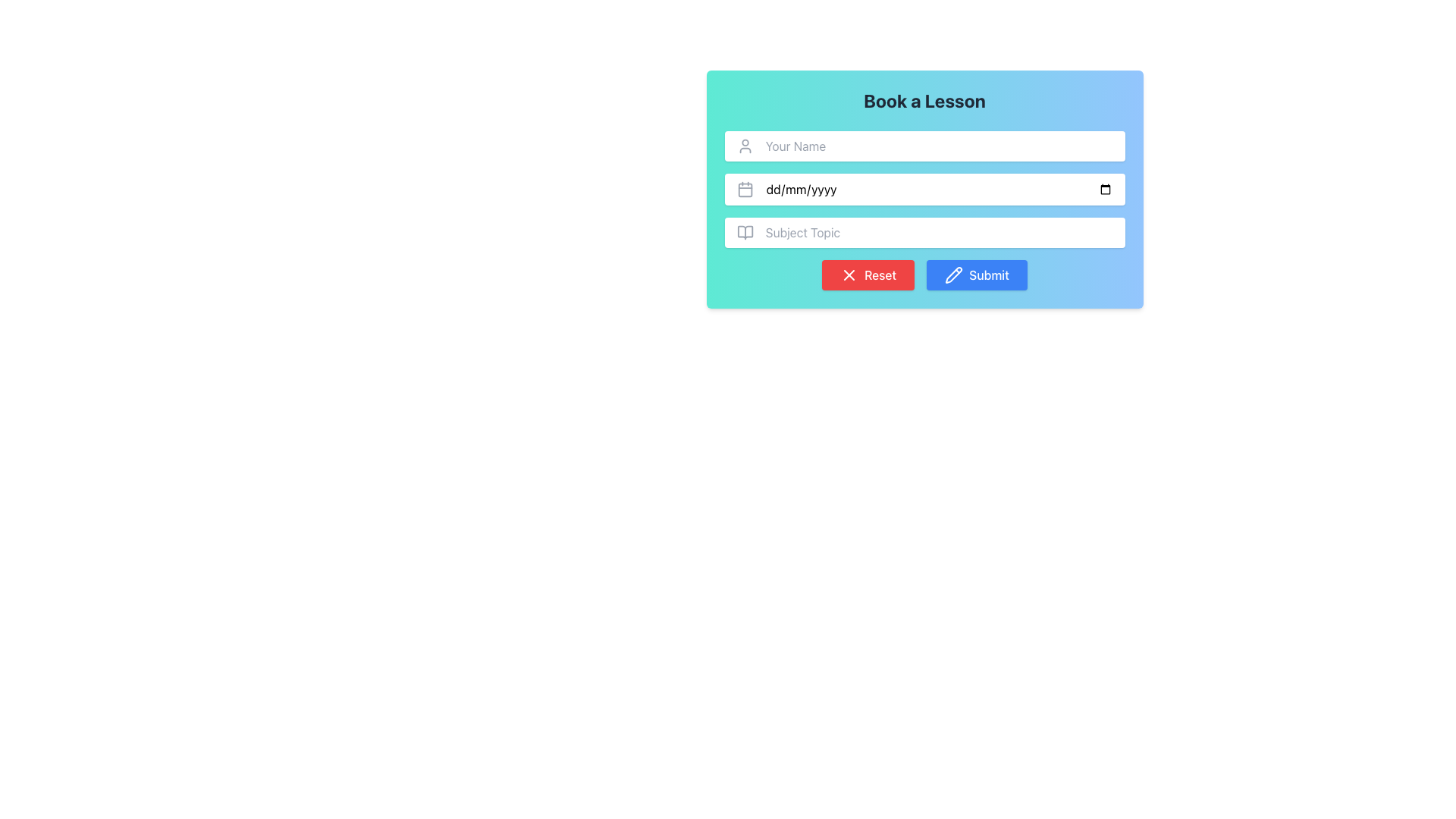  What do you see at coordinates (976, 275) in the screenshot?
I see `the blue 'Submit' button with rounded corners that has a pencil icon` at bounding box center [976, 275].